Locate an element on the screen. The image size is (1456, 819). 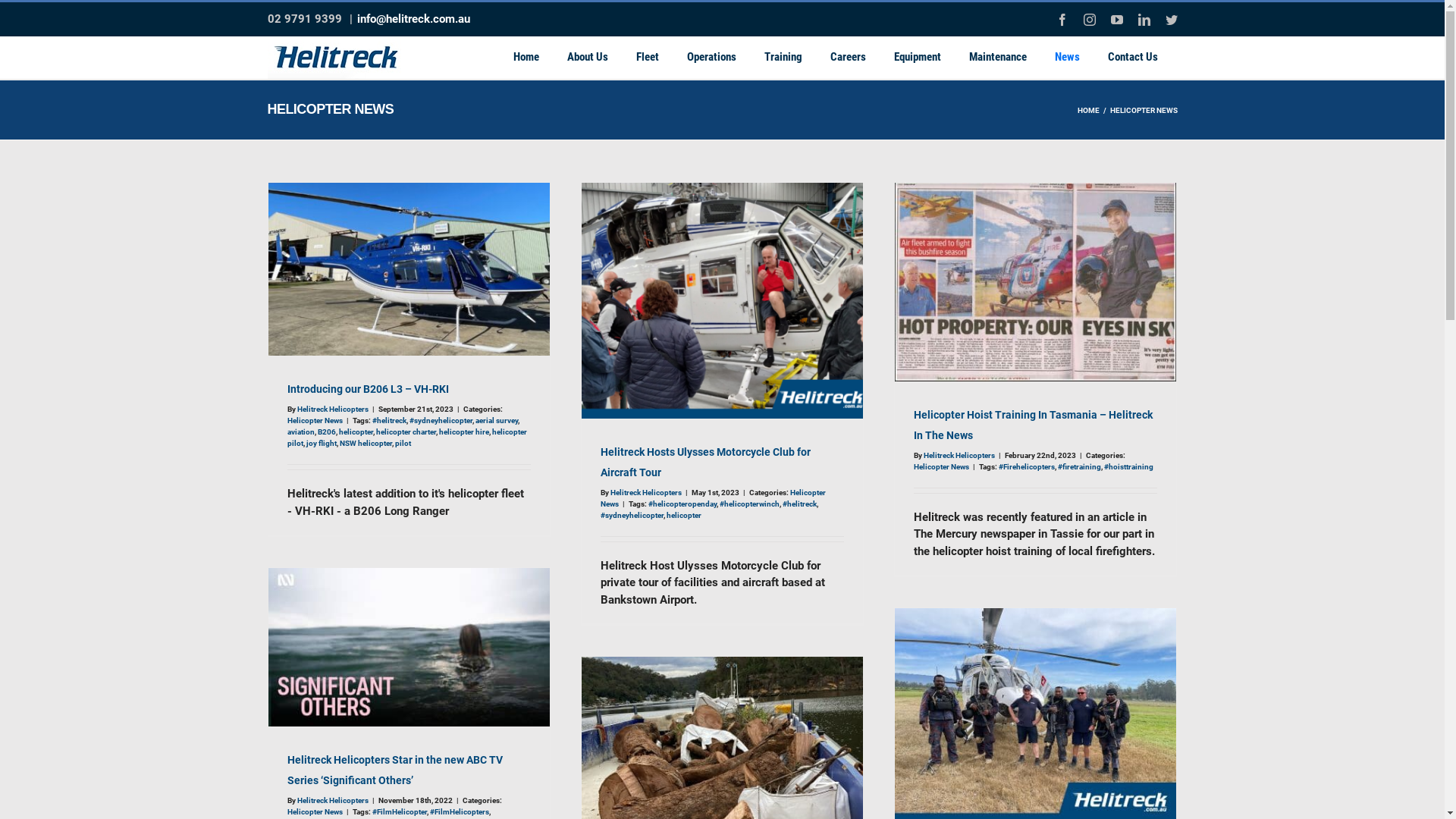
'#sydneyhelicopter' is located at coordinates (440, 420).